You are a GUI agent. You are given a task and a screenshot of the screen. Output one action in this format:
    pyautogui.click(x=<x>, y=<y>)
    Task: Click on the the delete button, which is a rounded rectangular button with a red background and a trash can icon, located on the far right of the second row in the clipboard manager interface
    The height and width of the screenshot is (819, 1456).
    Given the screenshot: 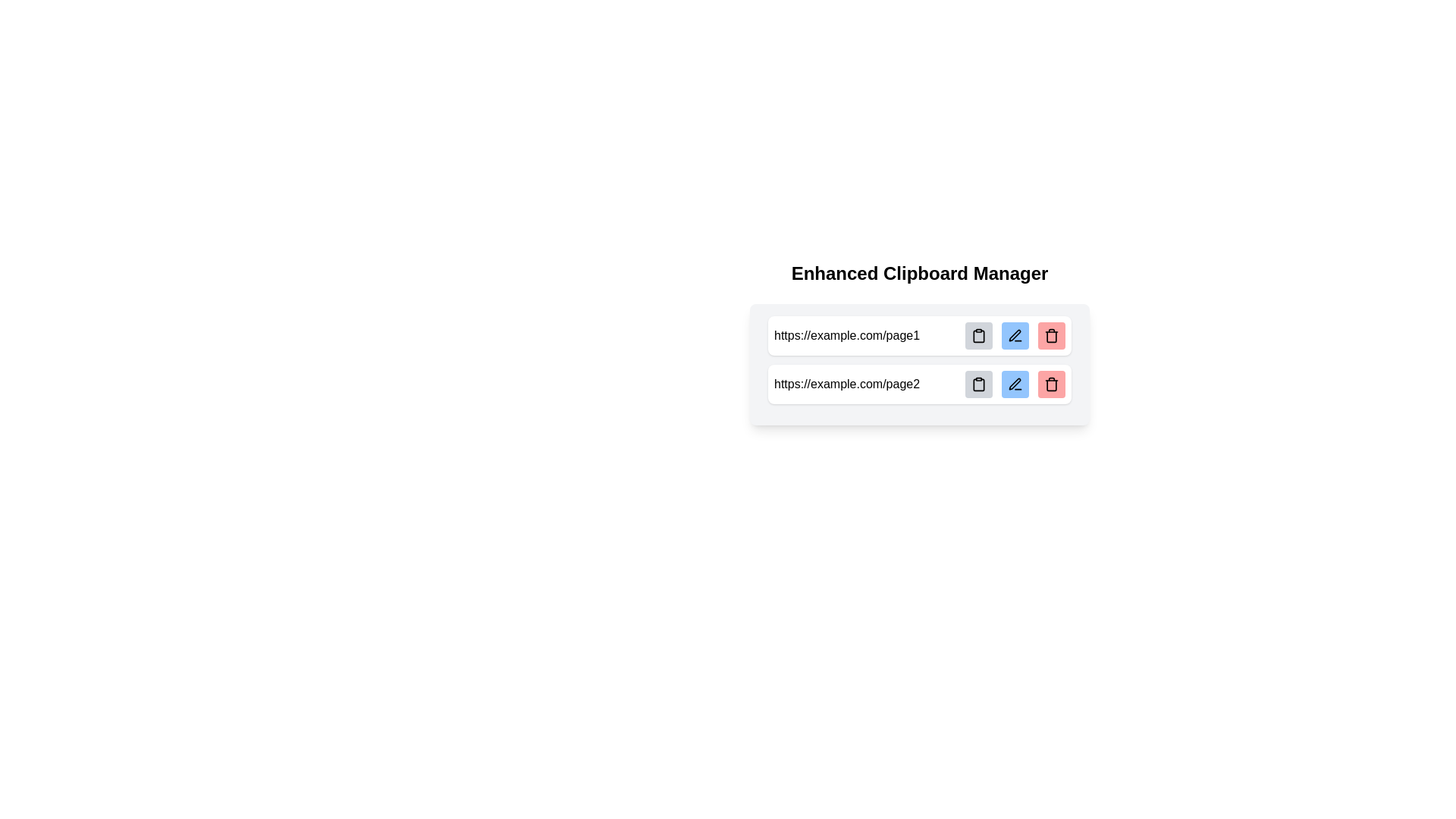 What is the action you would take?
    pyautogui.click(x=1051, y=335)
    